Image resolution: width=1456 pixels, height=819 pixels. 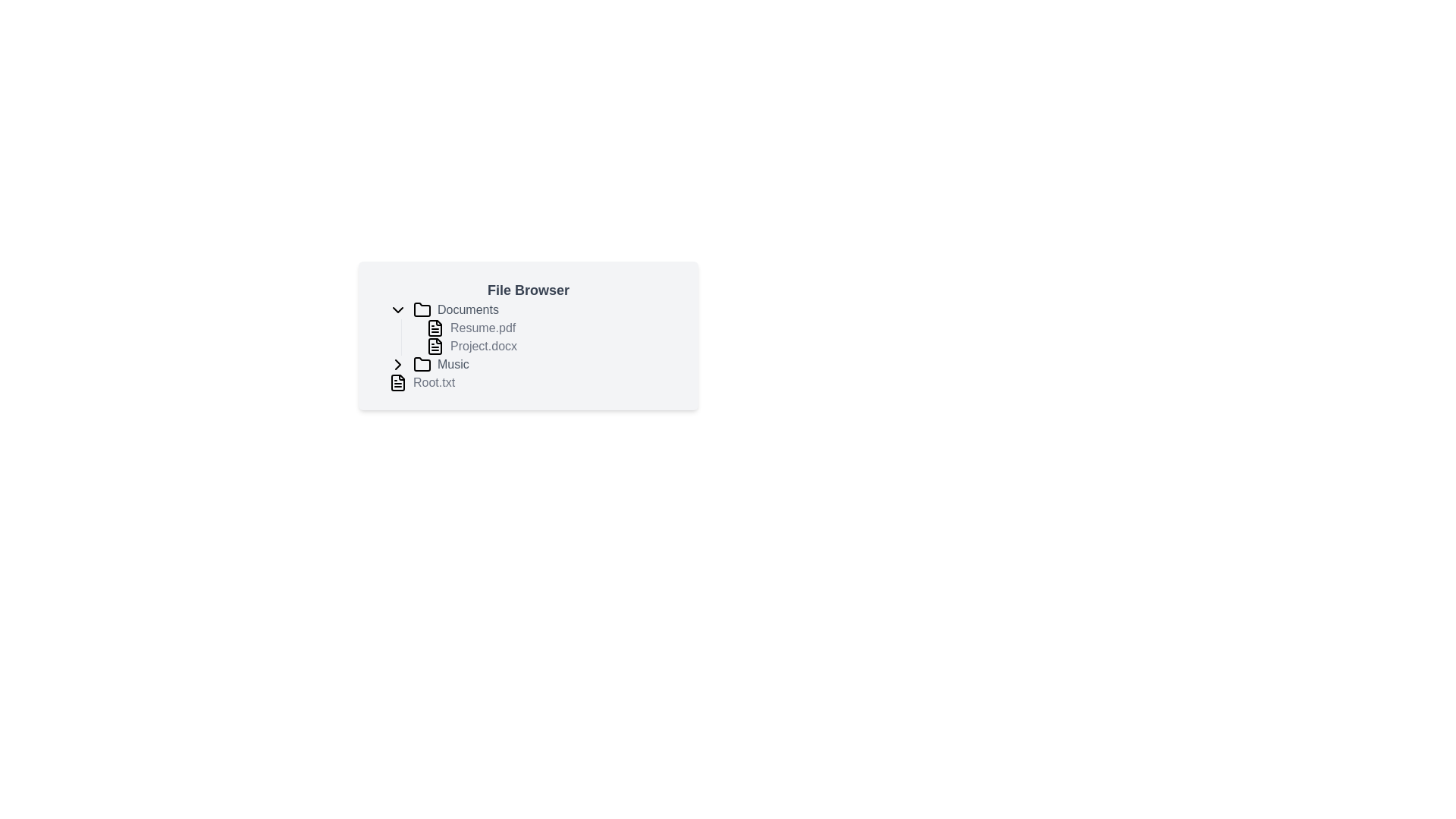 What do you see at coordinates (422, 382) in the screenshot?
I see `the list item representing the file 'Root.txt' in the file browser` at bounding box center [422, 382].